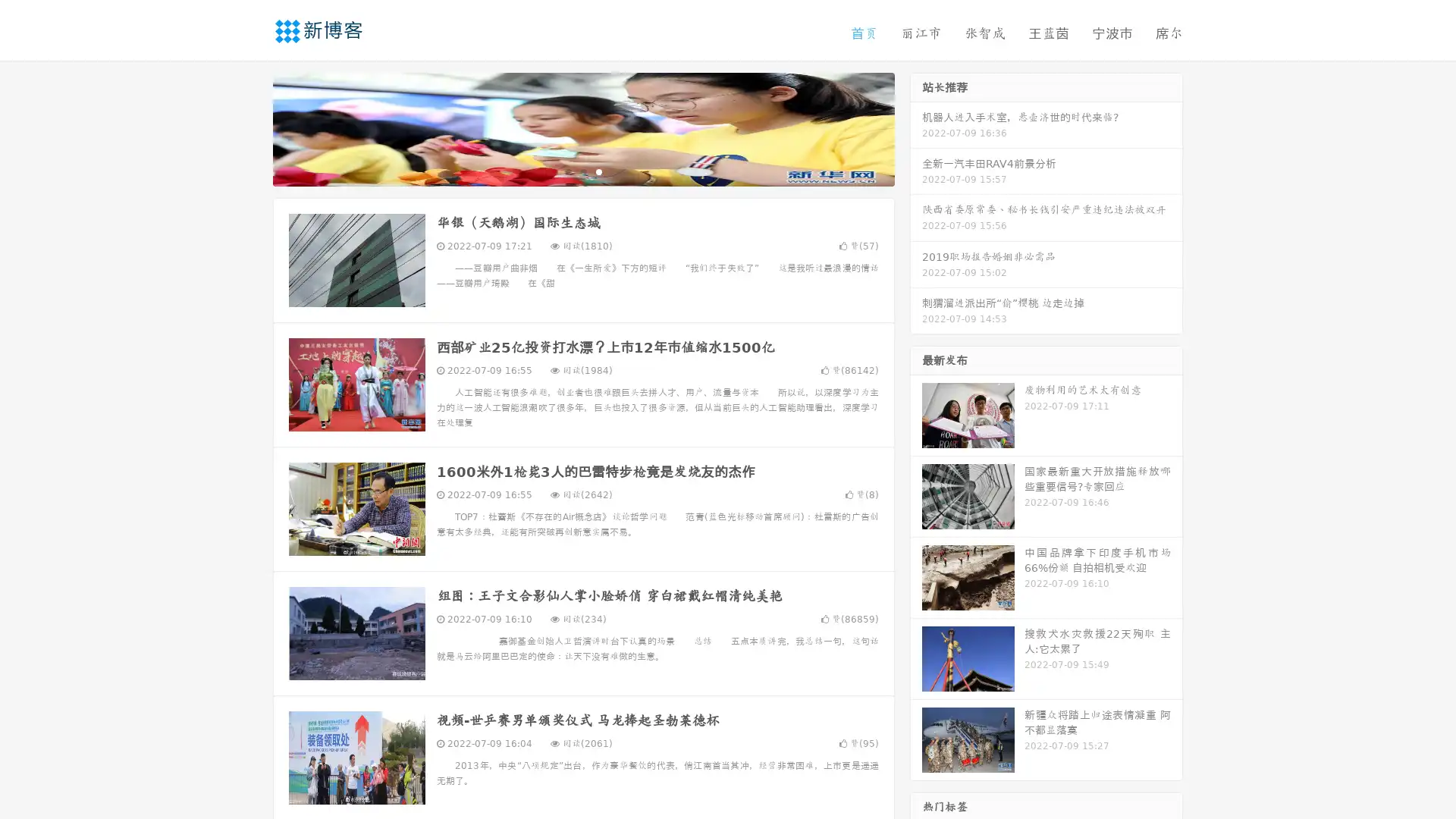 The height and width of the screenshot is (819, 1456). What do you see at coordinates (582, 171) in the screenshot?
I see `Go to slide 2` at bounding box center [582, 171].